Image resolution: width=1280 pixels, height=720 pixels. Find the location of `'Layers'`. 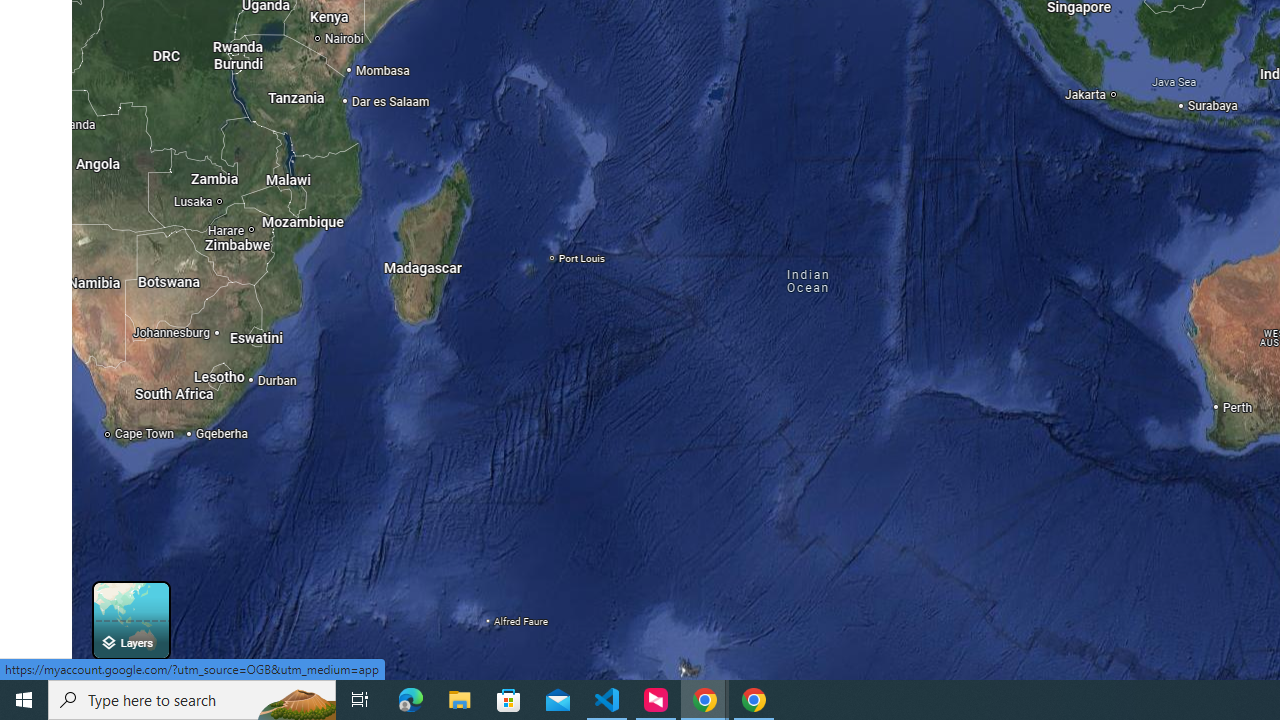

'Layers' is located at coordinates (130, 619).